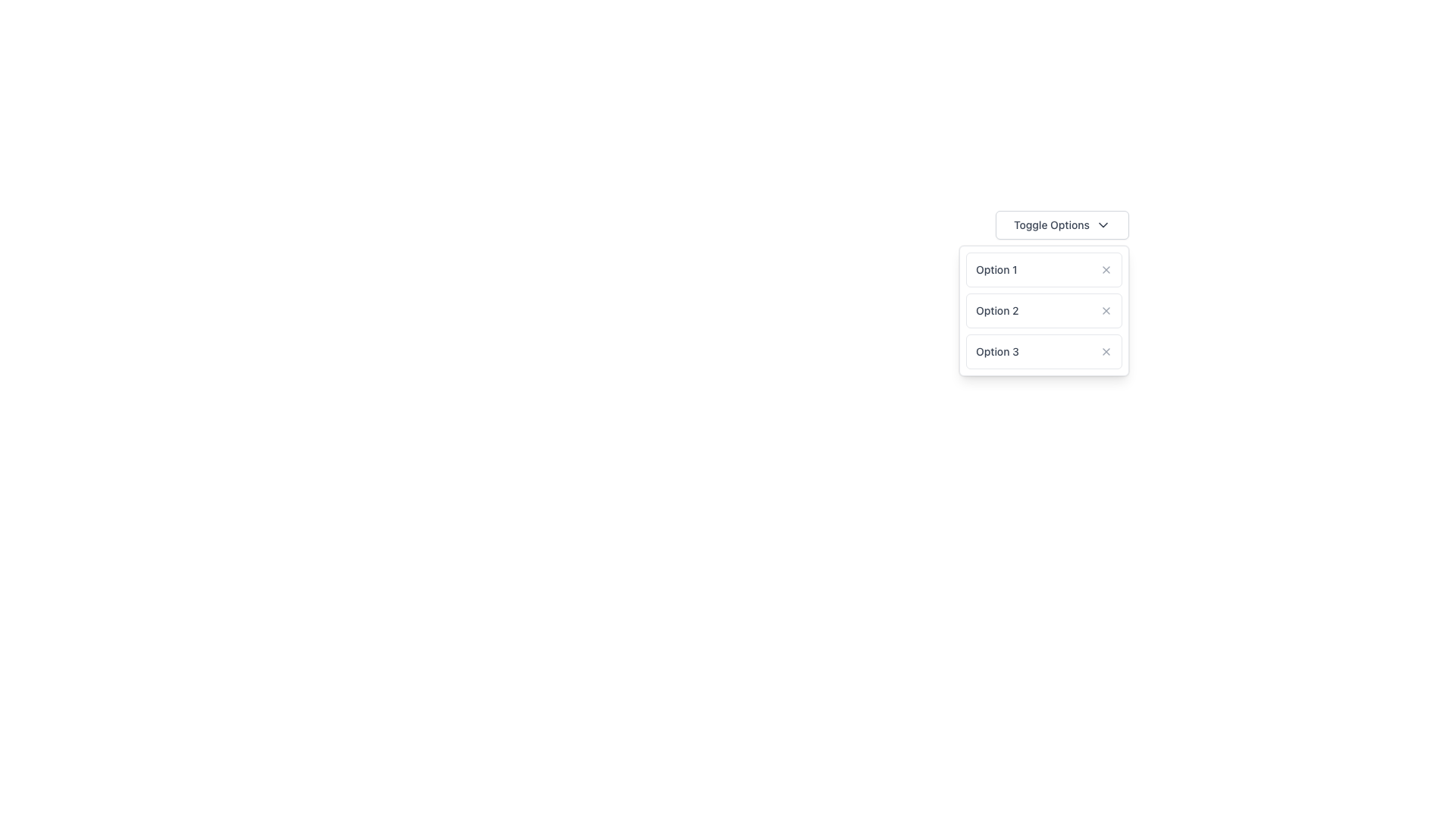 The height and width of the screenshot is (819, 1456). Describe the element at coordinates (1106, 268) in the screenshot. I see `the close button located at the rightmost side of the 'Option 1' item` at that location.